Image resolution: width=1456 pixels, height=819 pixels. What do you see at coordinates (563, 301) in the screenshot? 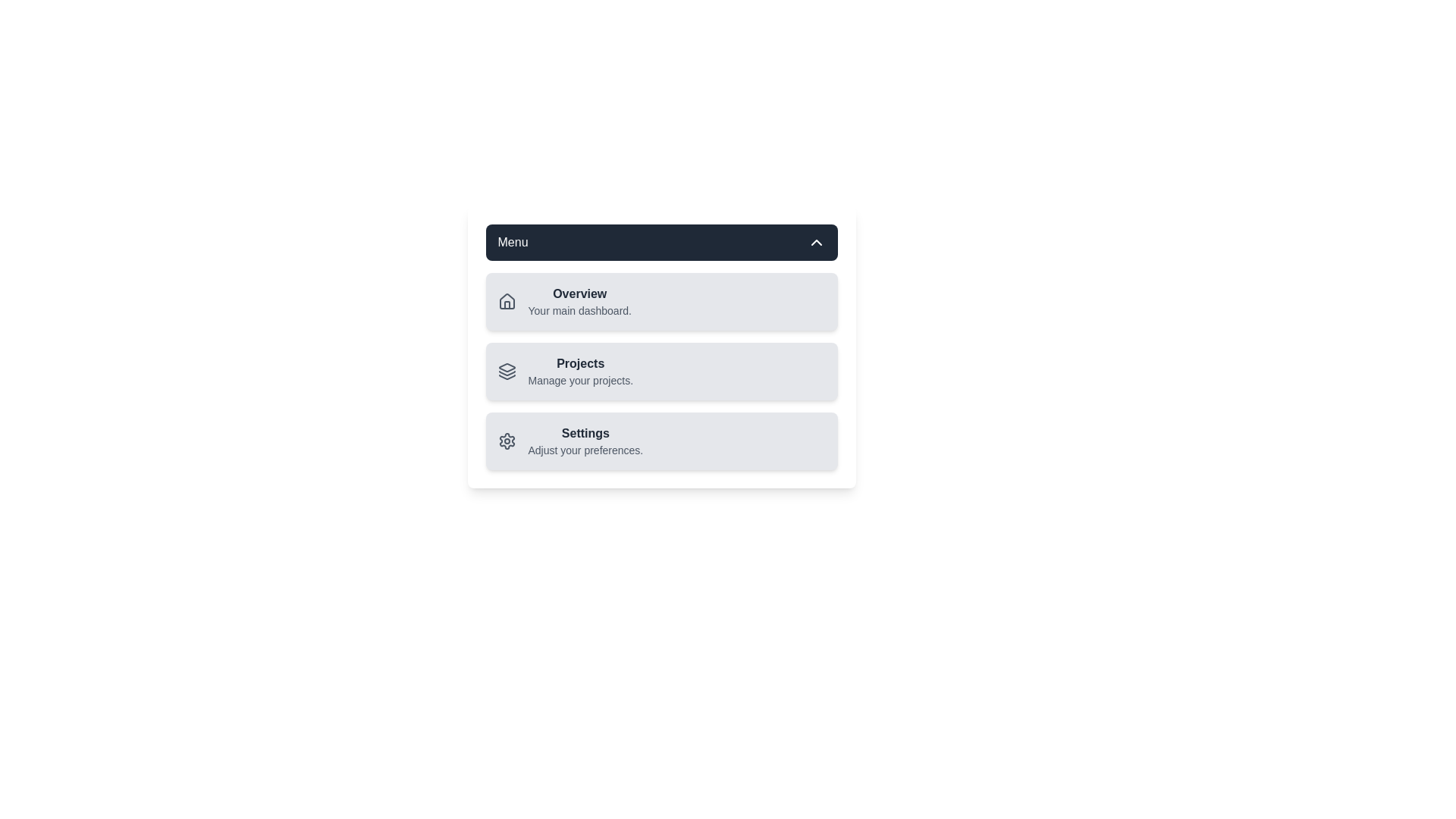
I see `the menu item corresponding to Overview` at bounding box center [563, 301].